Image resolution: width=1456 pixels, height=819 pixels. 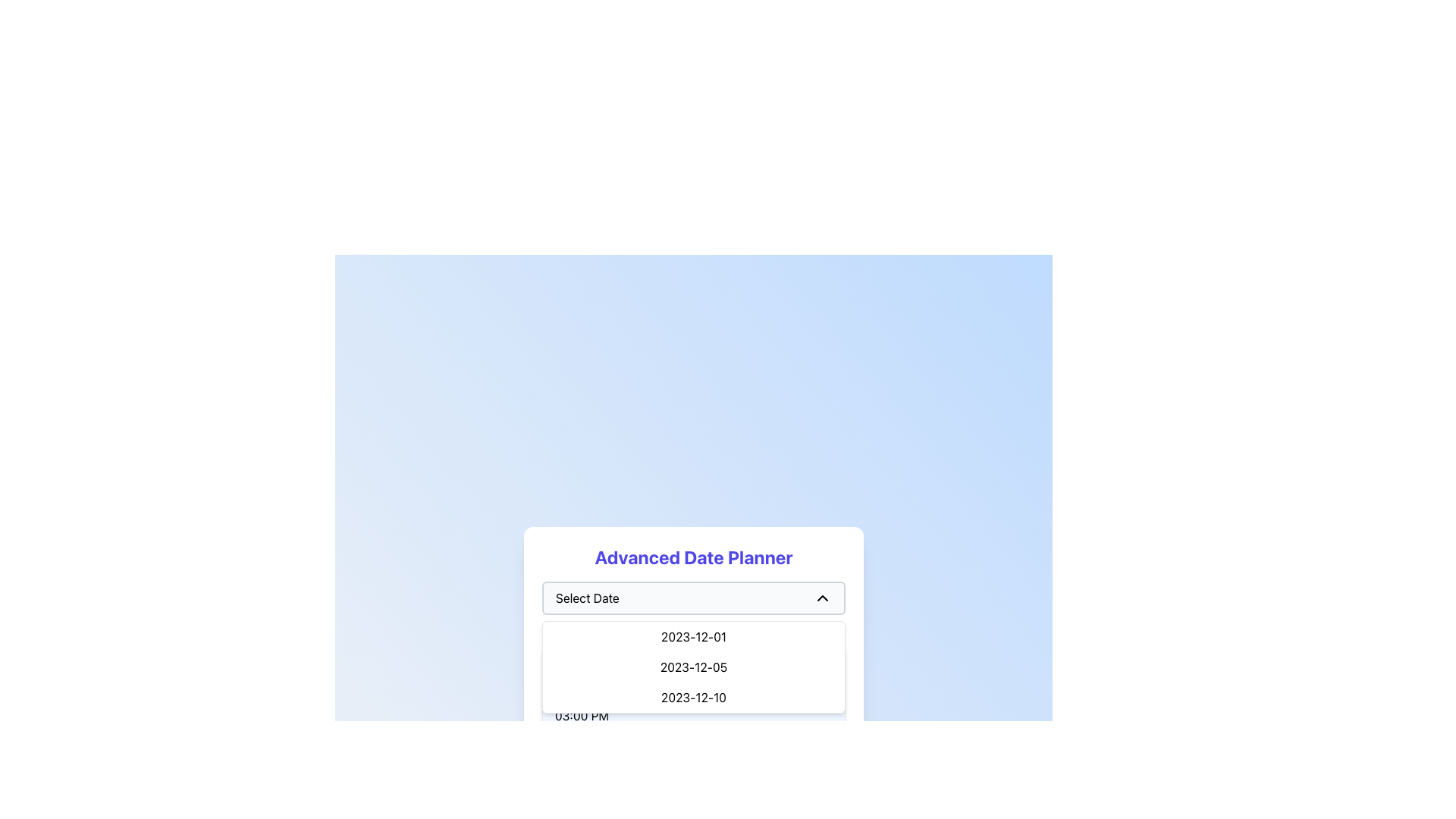 What do you see at coordinates (693, 698) in the screenshot?
I see `the List Item displaying the date '2023-12-10' in the dropdown menu under 'Advanced Date Planner'` at bounding box center [693, 698].